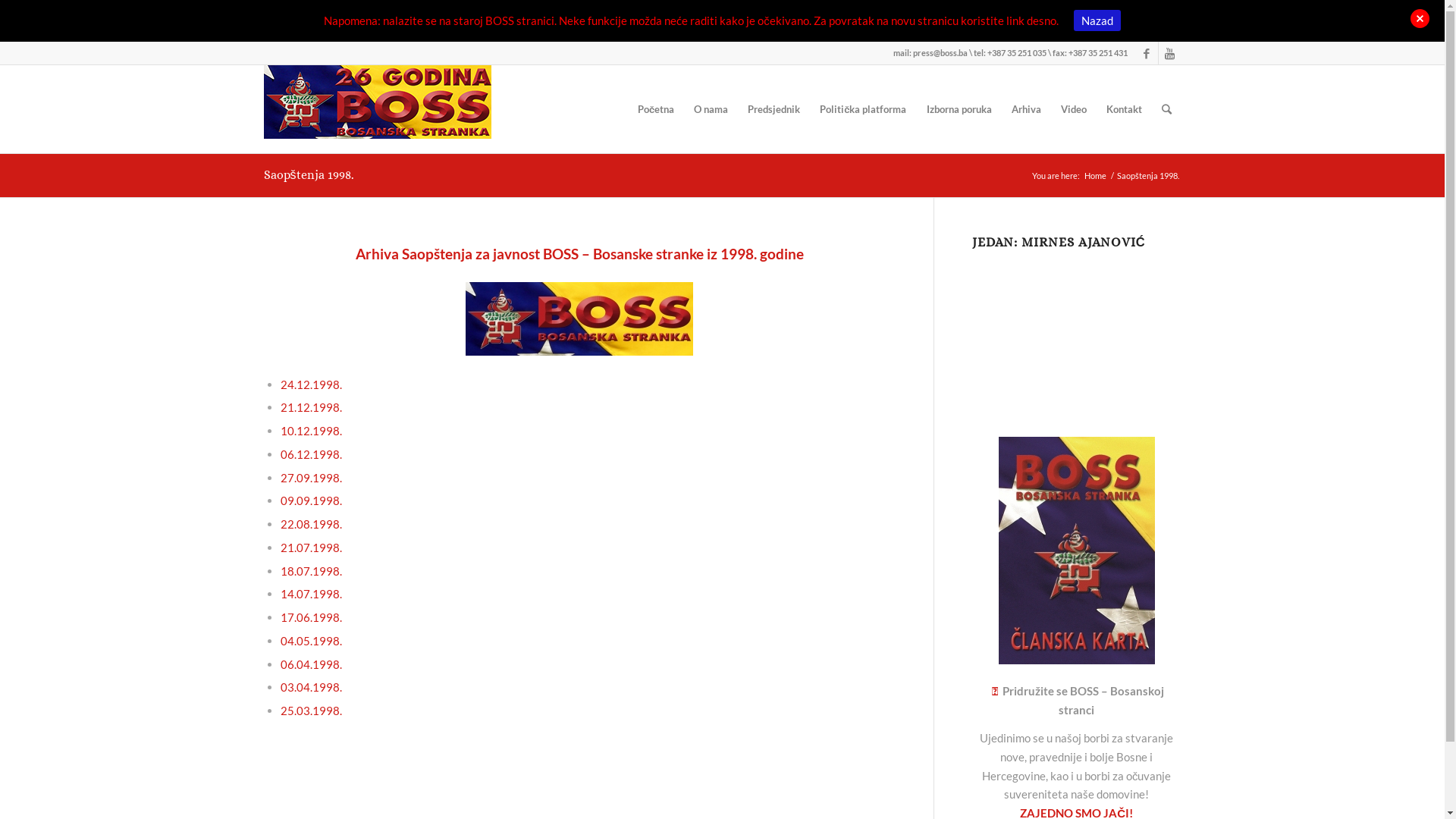  I want to click on '06.04.1998.', so click(310, 663).